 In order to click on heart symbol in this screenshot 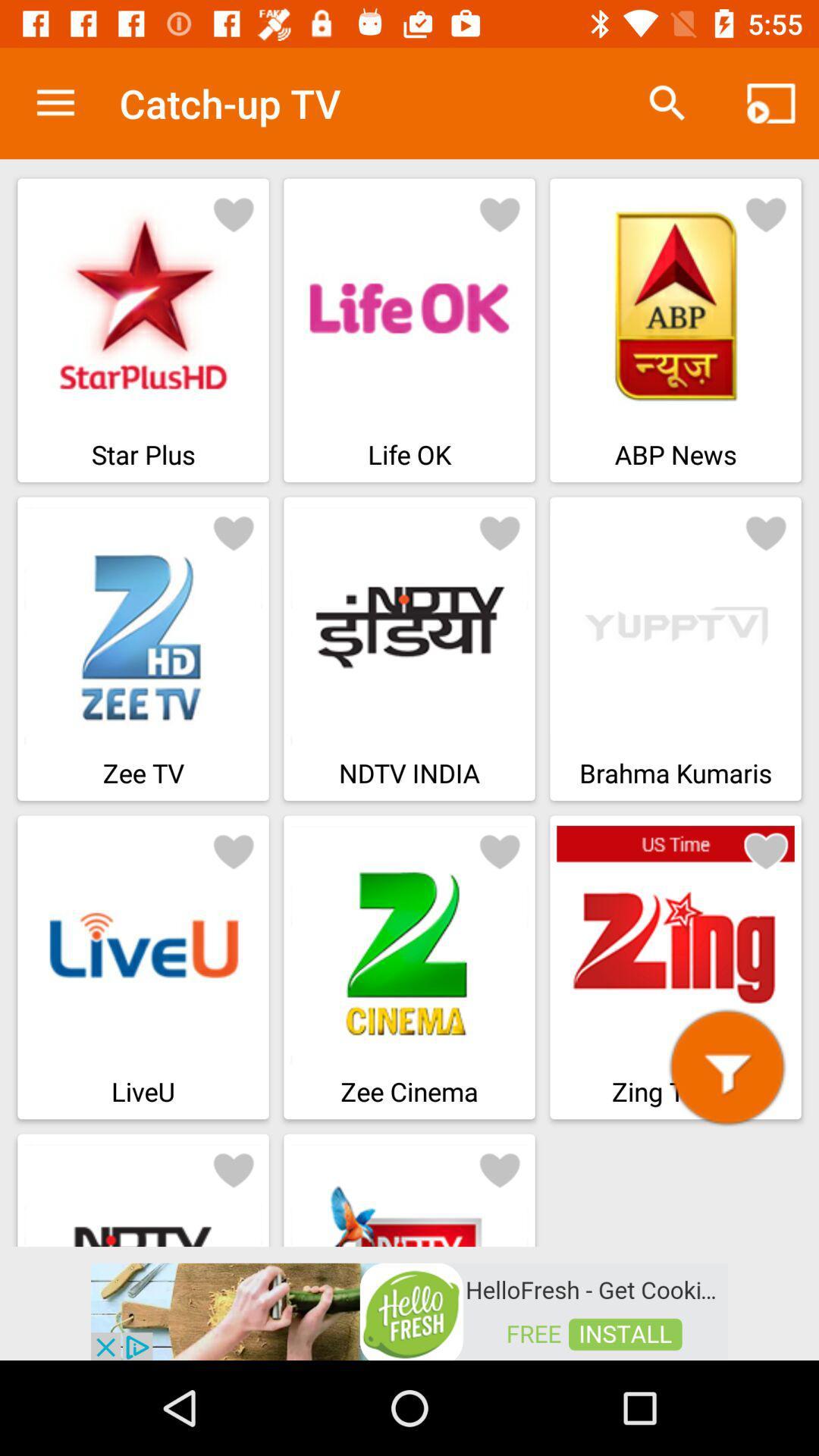, I will do `click(766, 851)`.